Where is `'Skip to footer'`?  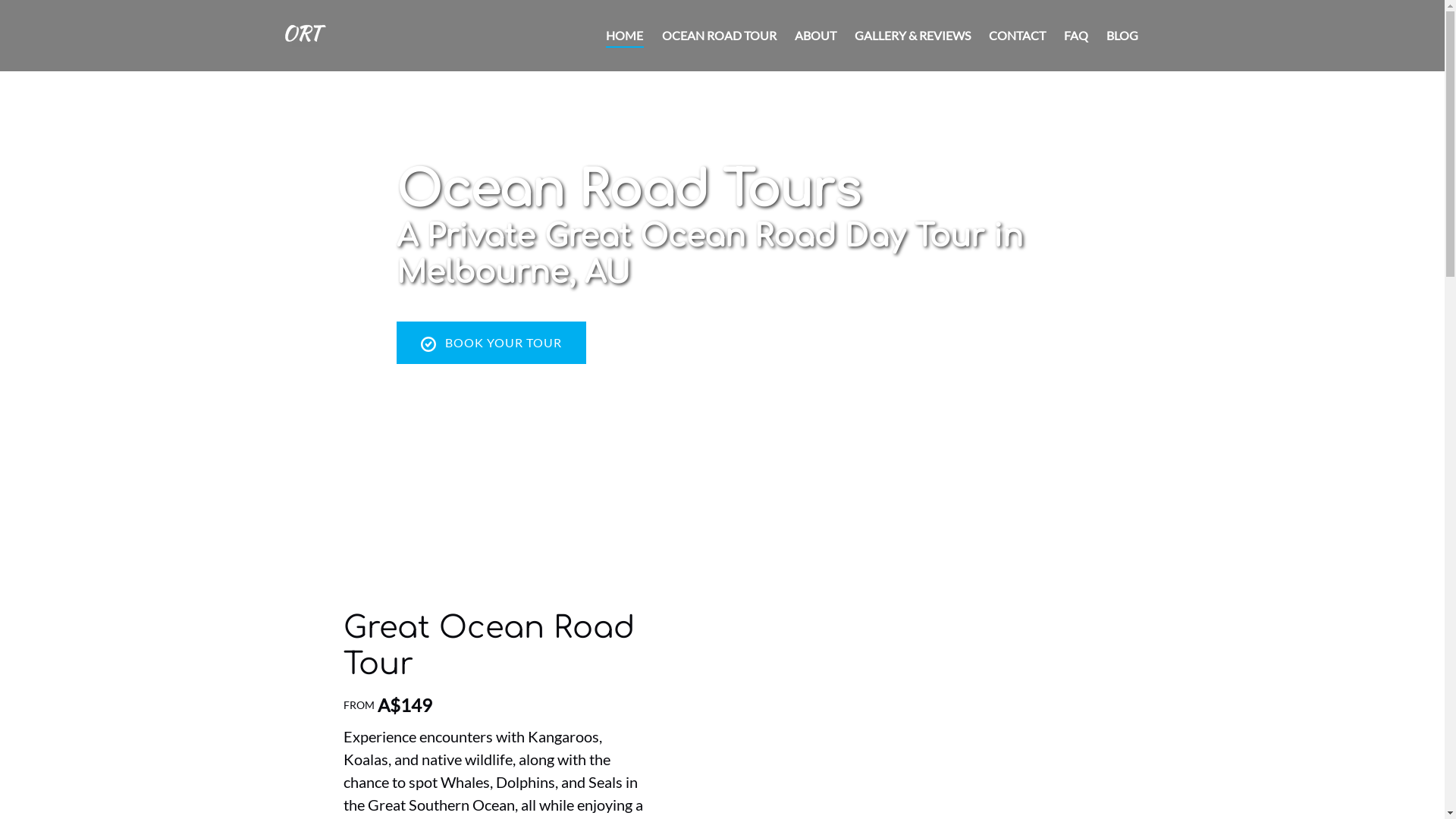 'Skip to footer' is located at coordinates (42, 17).